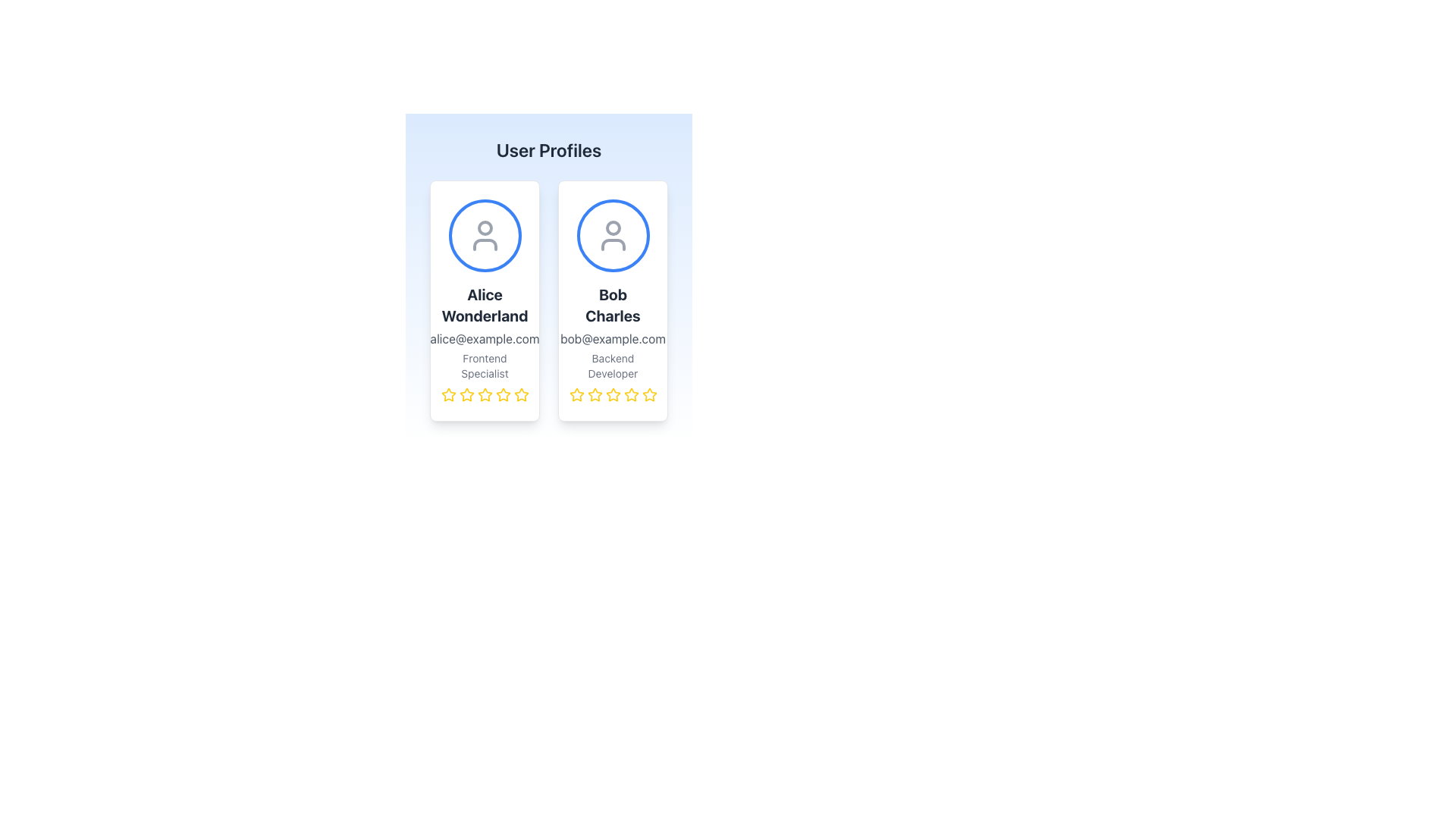  What do you see at coordinates (484, 236) in the screenshot?
I see `the user's avatar icon located in the upper section of the leftmost user profile card, directly above the text 'Alice Wonderland'` at bounding box center [484, 236].